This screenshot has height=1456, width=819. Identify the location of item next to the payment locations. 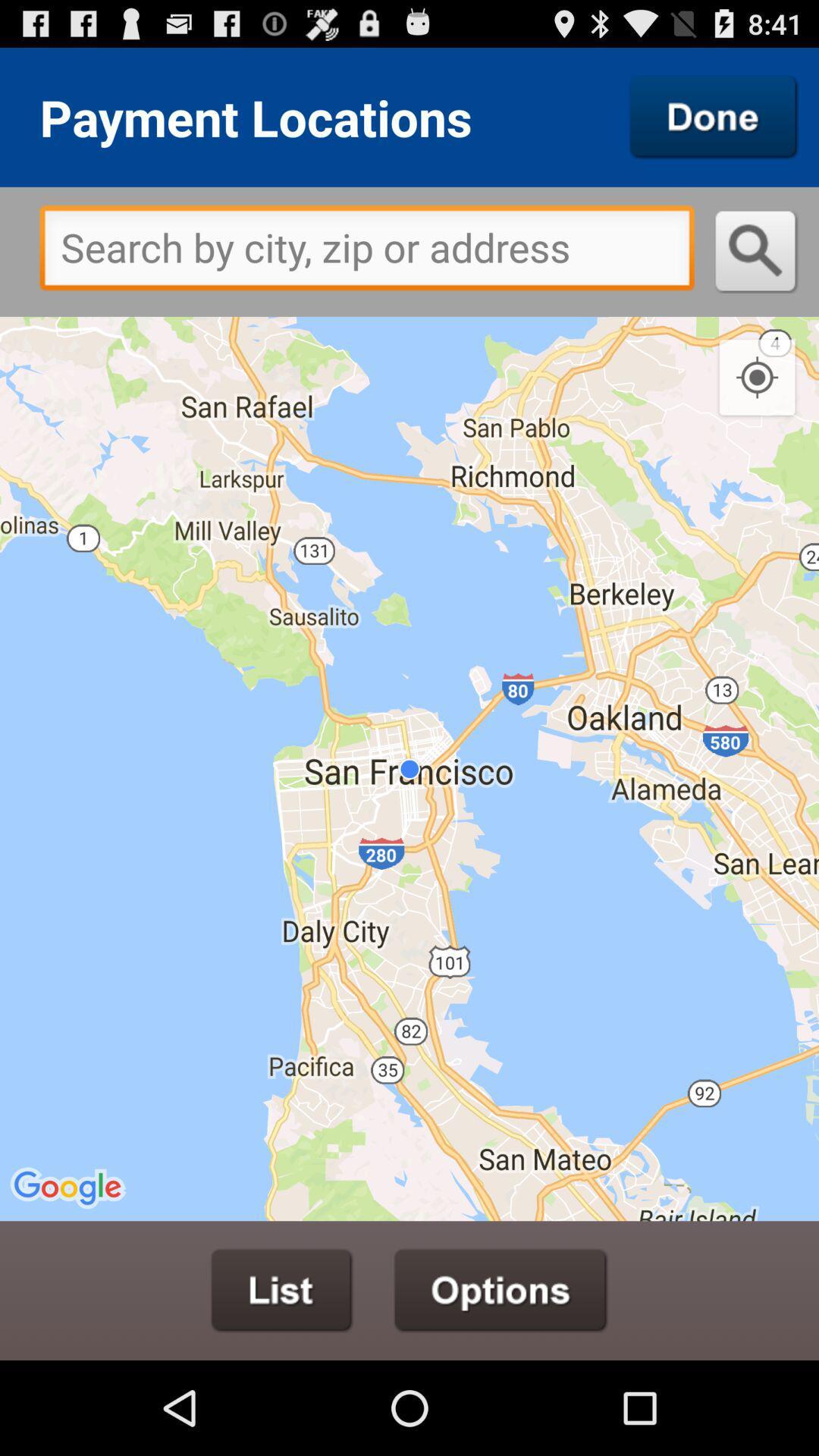
(714, 116).